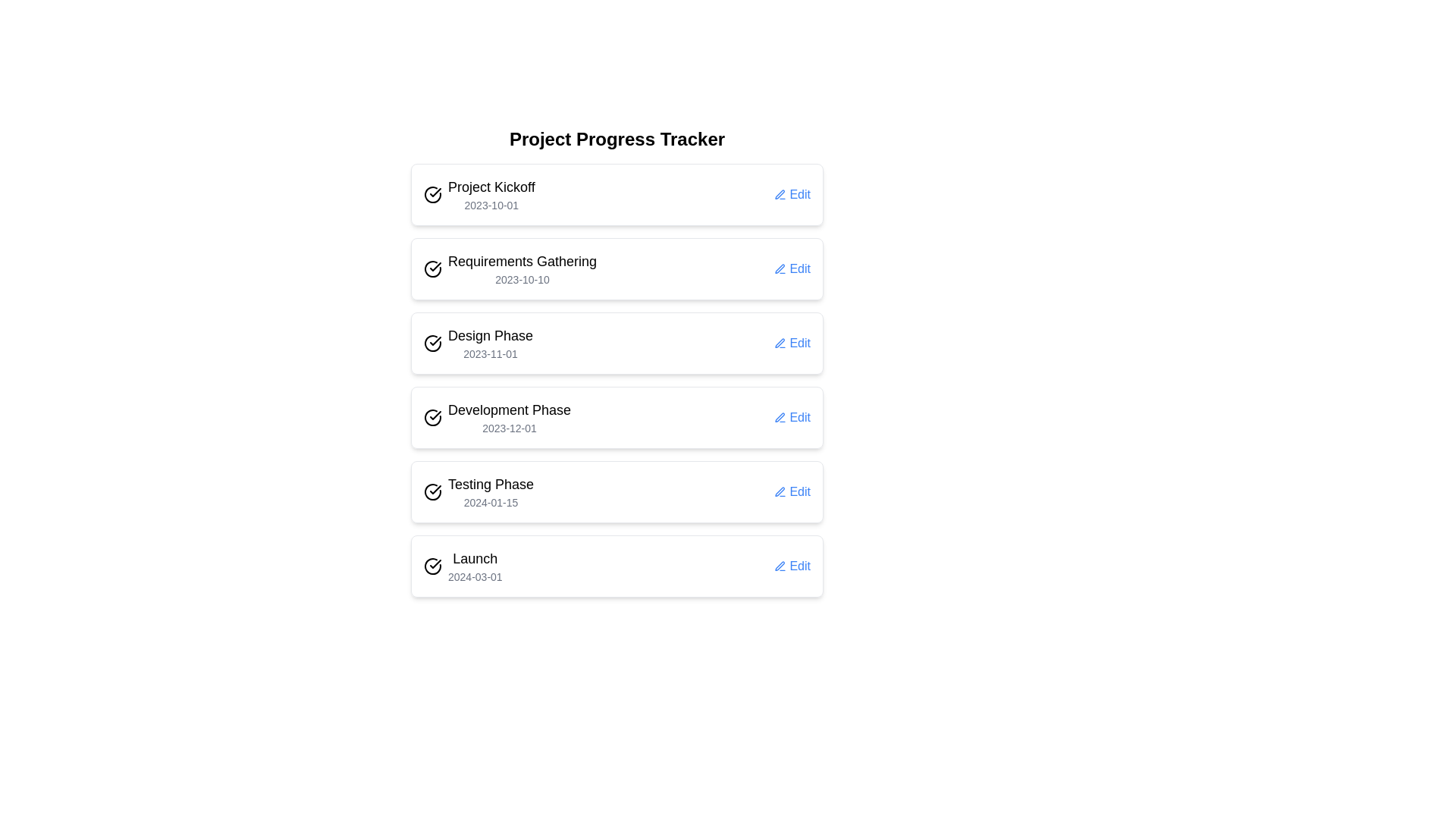 The width and height of the screenshot is (1456, 819). Describe the element at coordinates (432, 418) in the screenshot. I see `the completion status icon for the 'Development Phase' located to the left of the text in the fourth row of the 'Project Progress Tracker' section` at that location.